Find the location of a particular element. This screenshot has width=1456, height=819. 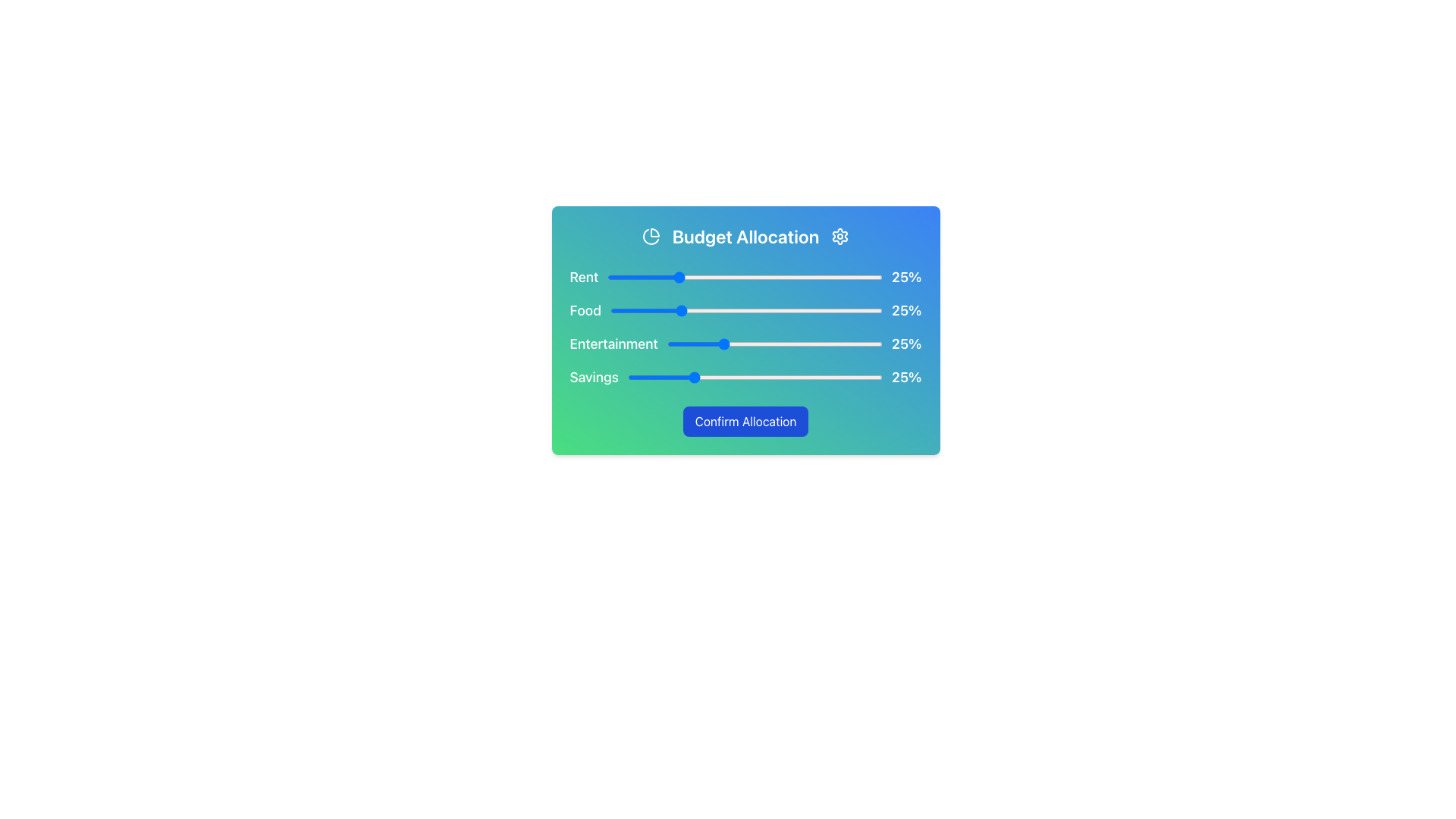

the slider is located at coordinates (782, 309).